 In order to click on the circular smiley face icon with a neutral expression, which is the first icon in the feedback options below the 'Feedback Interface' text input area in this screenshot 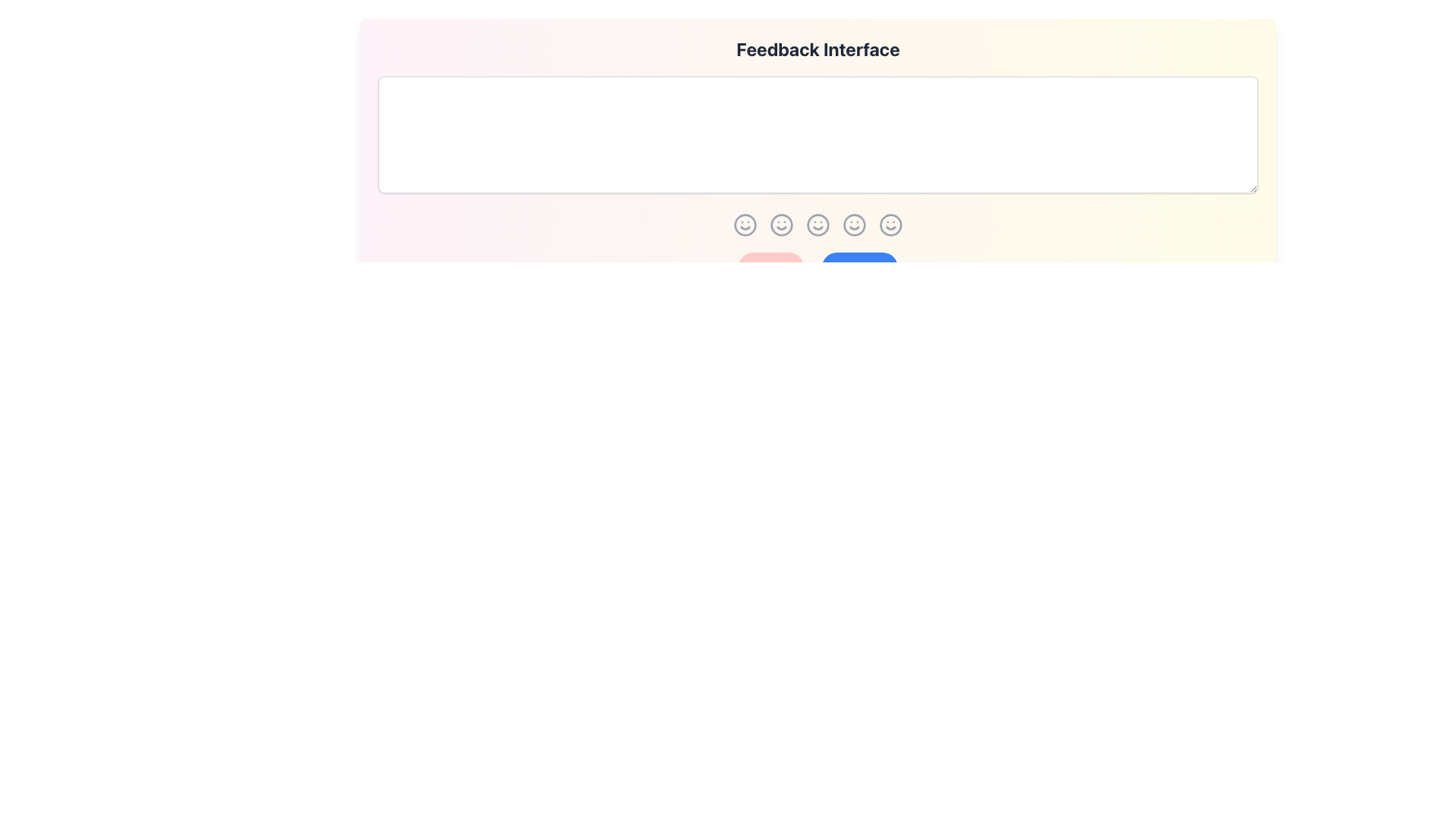, I will do `click(745, 225)`.